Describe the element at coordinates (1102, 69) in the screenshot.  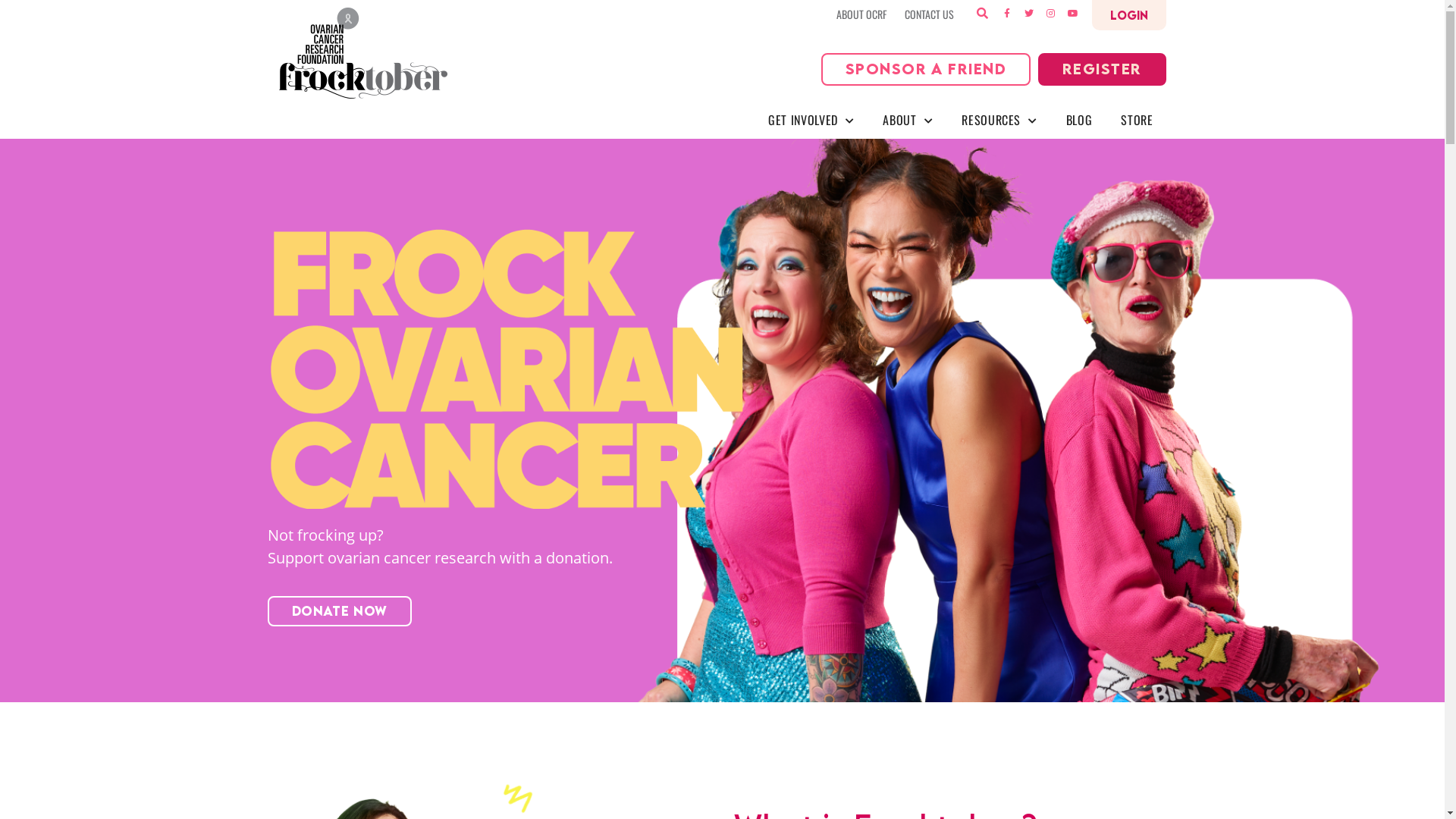
I see `'REGISTER'` at that location.